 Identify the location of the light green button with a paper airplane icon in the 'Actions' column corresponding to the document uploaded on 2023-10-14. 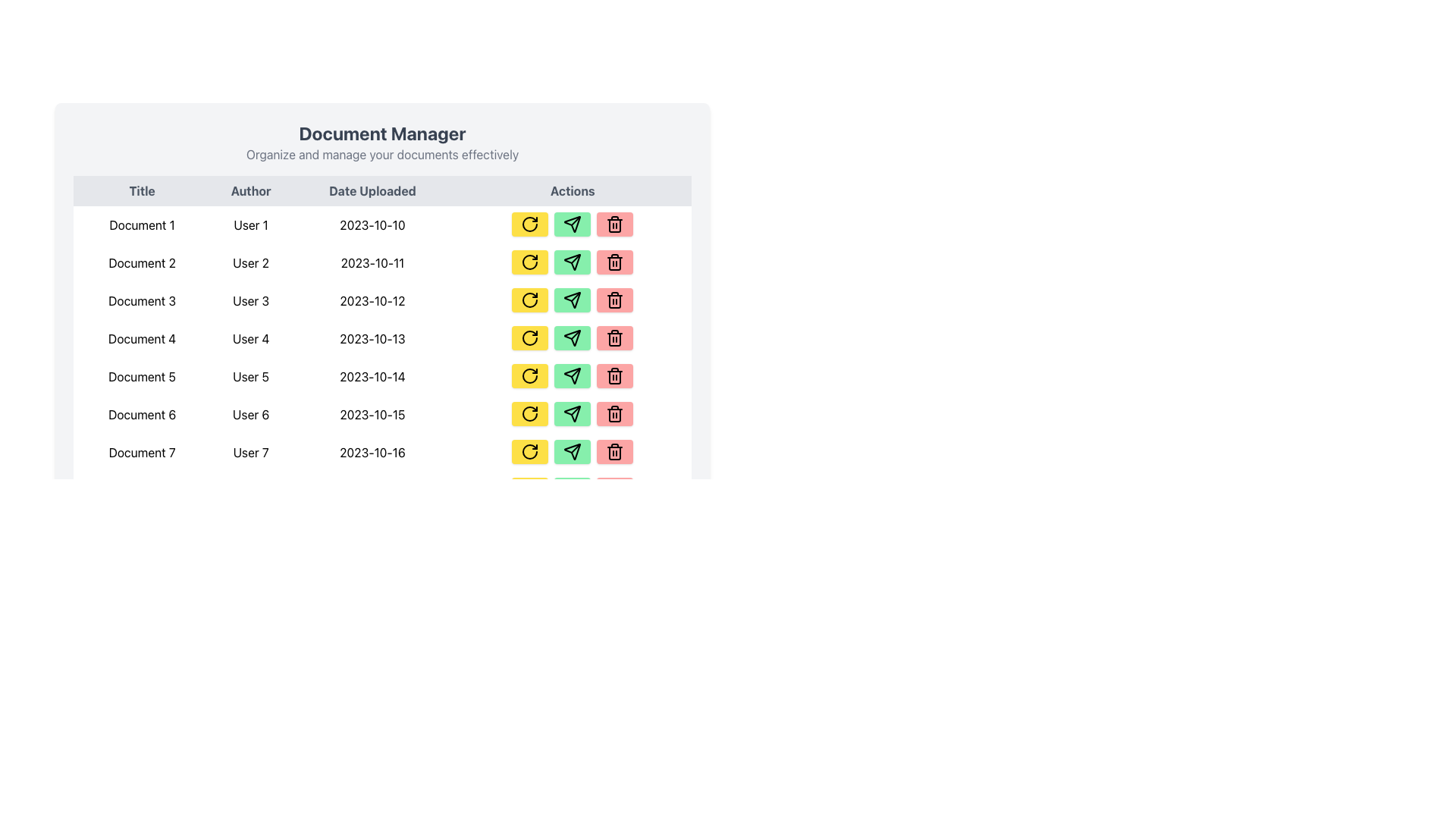
(572, 375).